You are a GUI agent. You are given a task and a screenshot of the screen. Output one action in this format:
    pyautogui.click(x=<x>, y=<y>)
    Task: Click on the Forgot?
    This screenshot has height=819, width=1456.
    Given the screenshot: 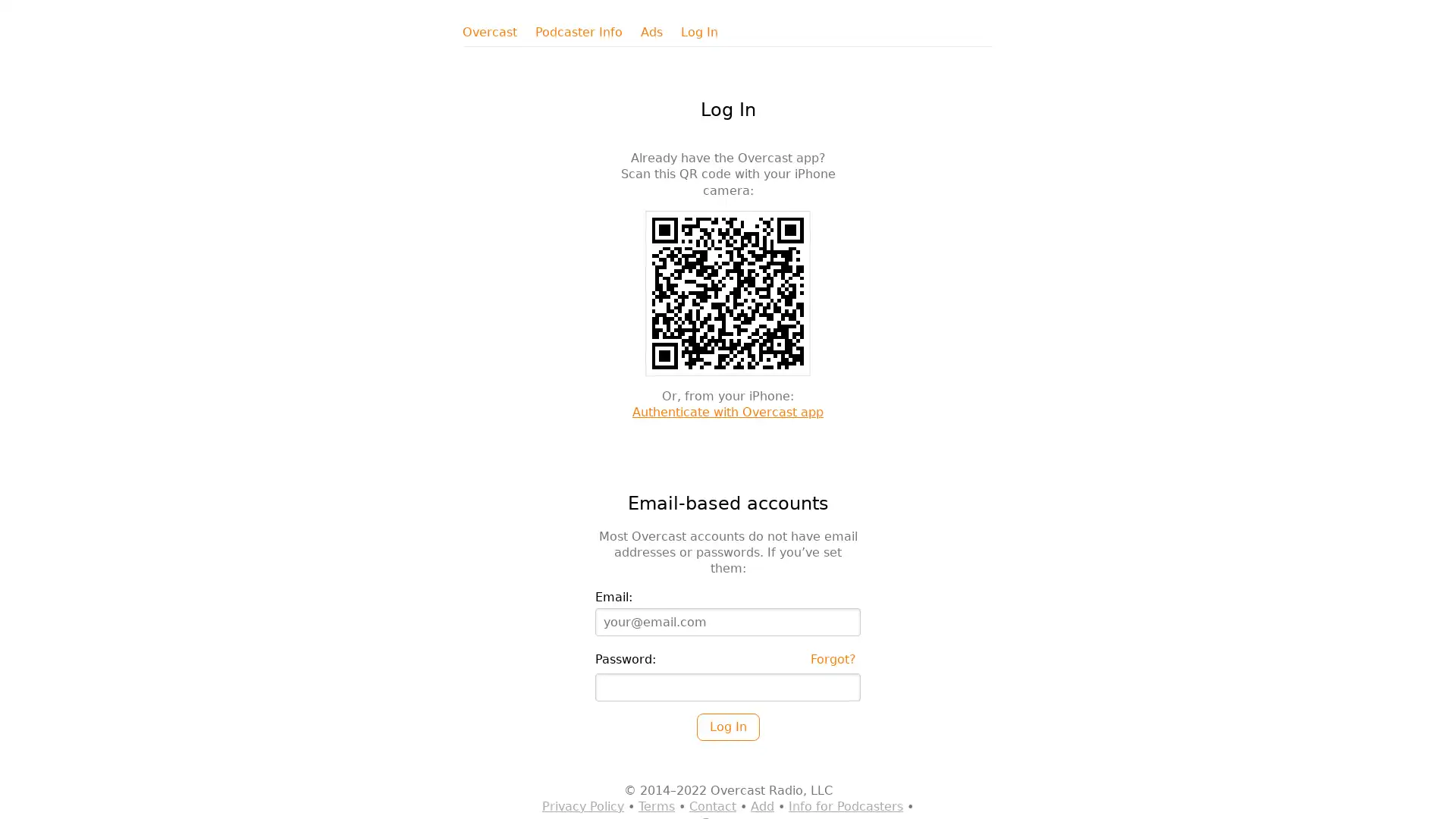 What is the action you would take?
    pyautogui.click(x=833, y=657)
    